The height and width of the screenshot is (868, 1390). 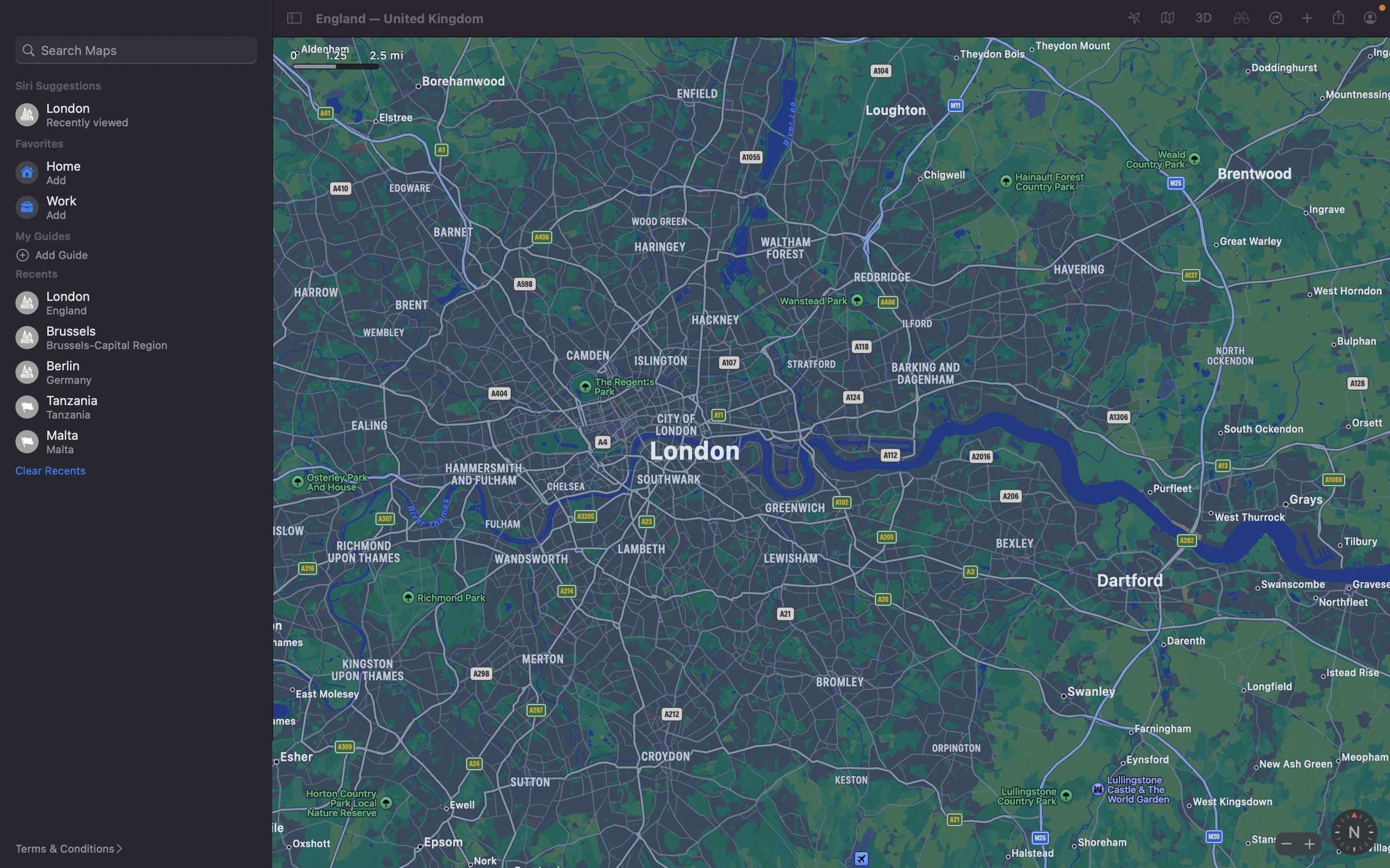 I want to click on Change the current map display to satellite view, so click(x=1165, y=18).